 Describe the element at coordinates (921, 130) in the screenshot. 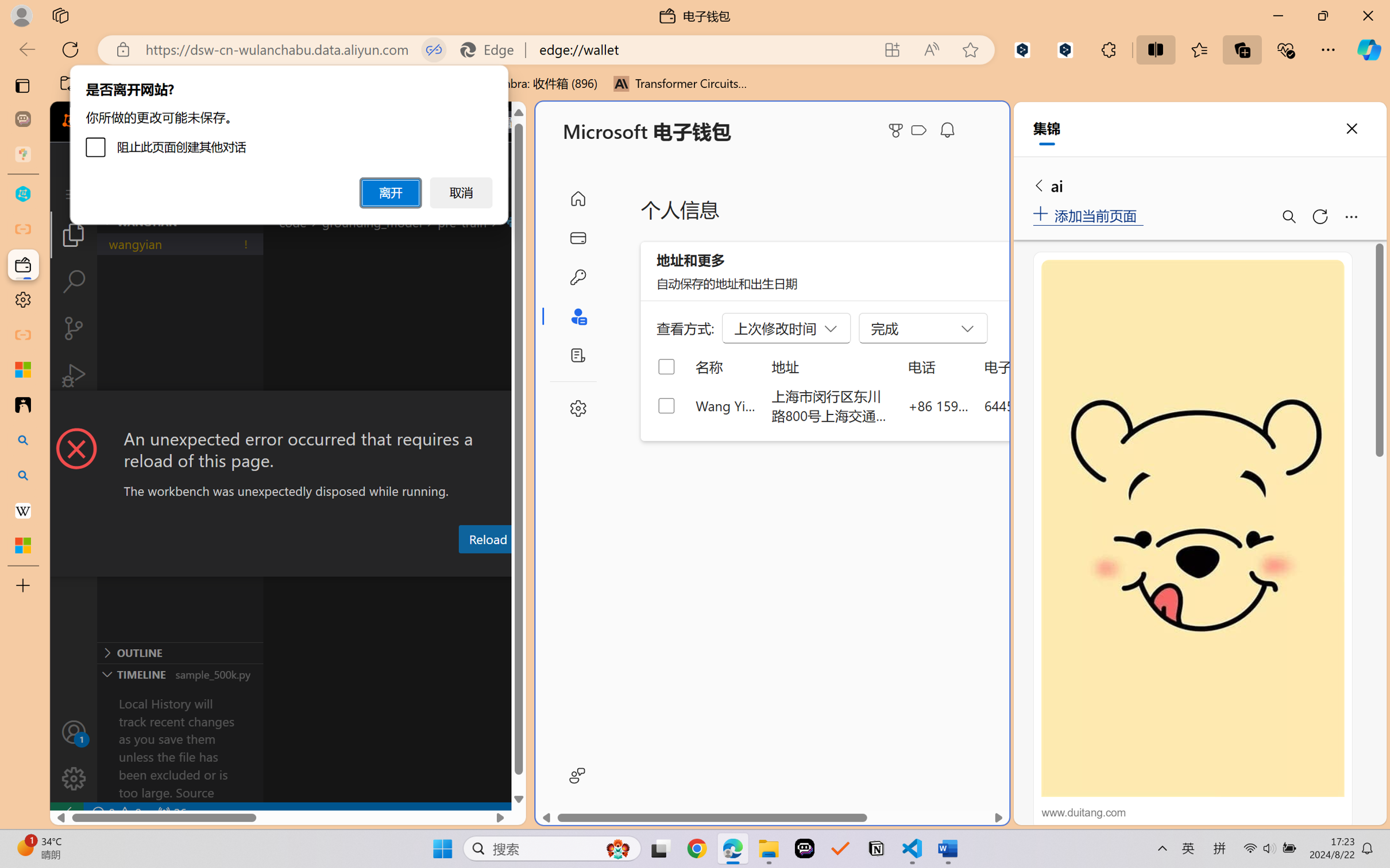

I see `'Microsoft Cashback'` at that location.